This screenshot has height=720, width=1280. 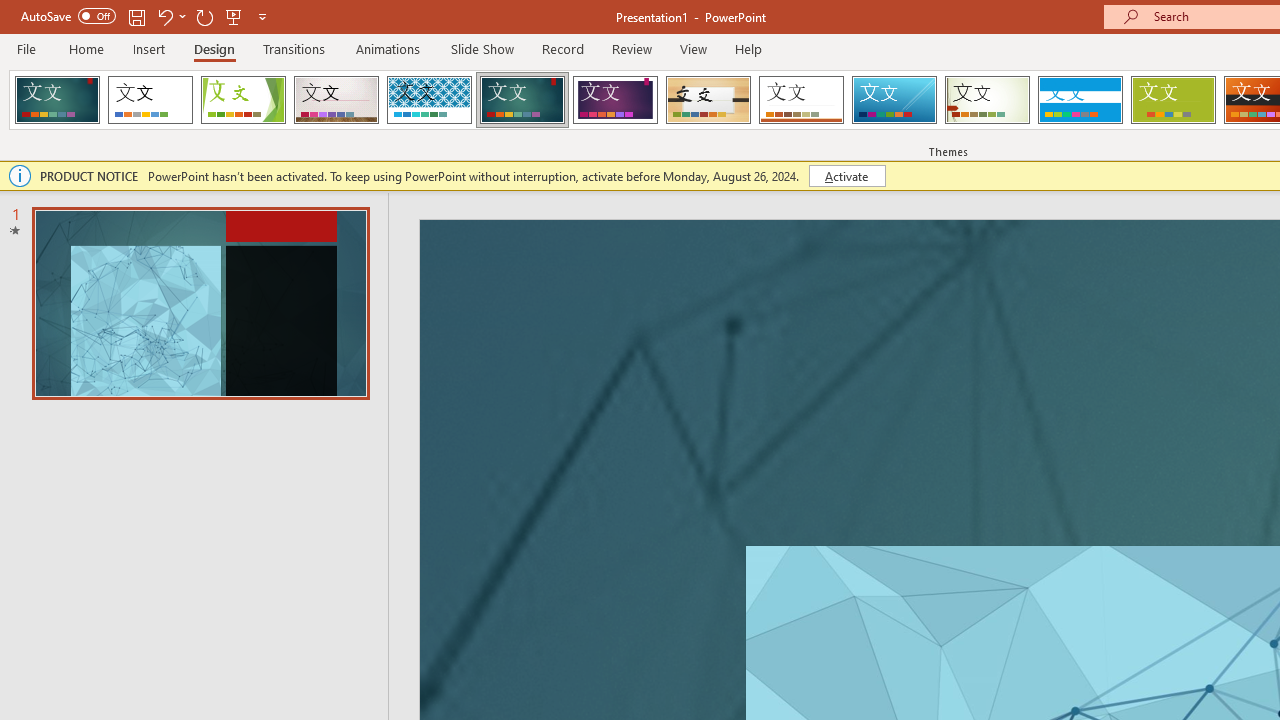 I want to click on 'Organic', so click(x=708, y=100).